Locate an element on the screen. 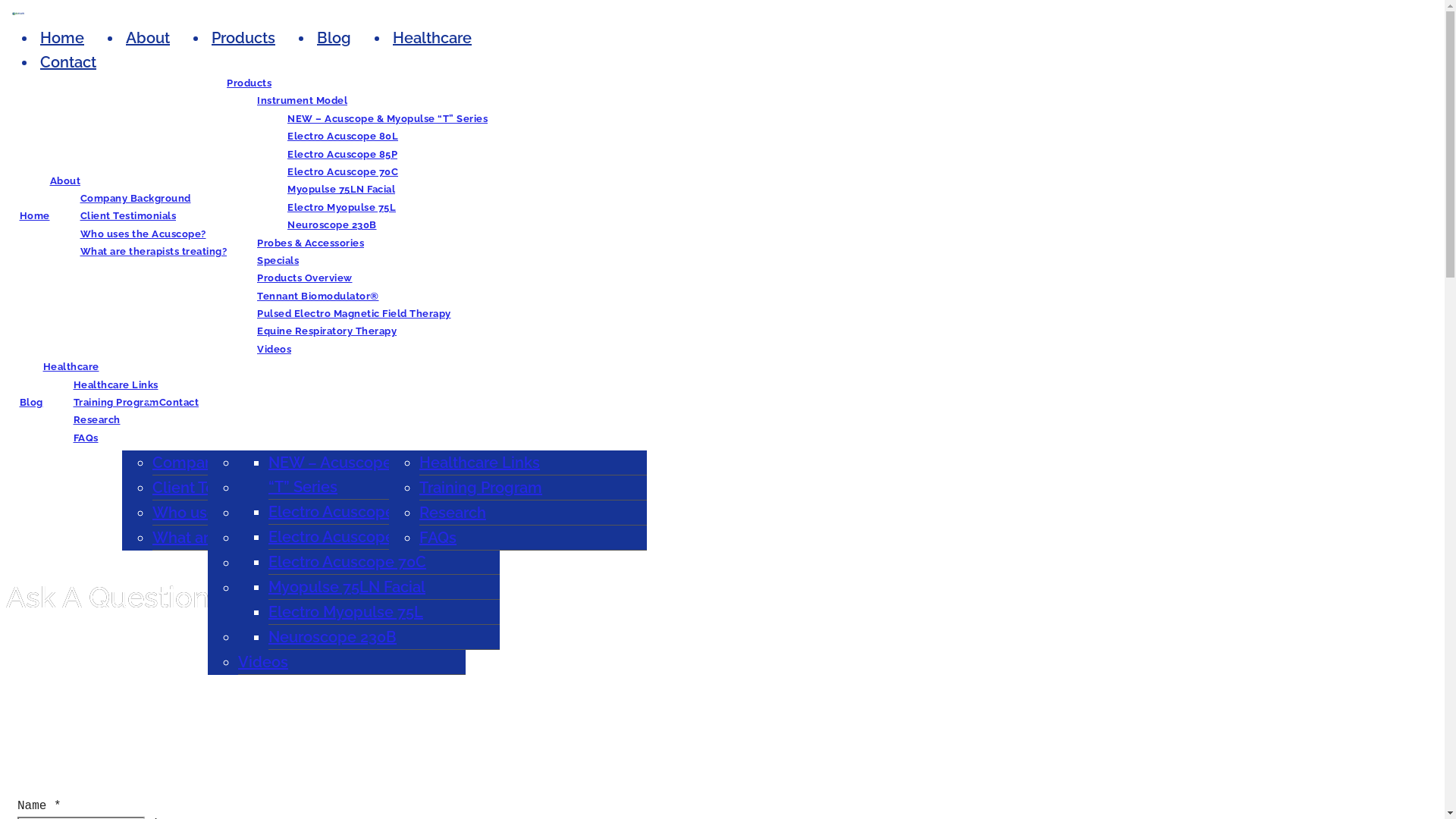 This screenshot has width=1456, height=819. 'Company Background' is located at coordinates (232, 461).